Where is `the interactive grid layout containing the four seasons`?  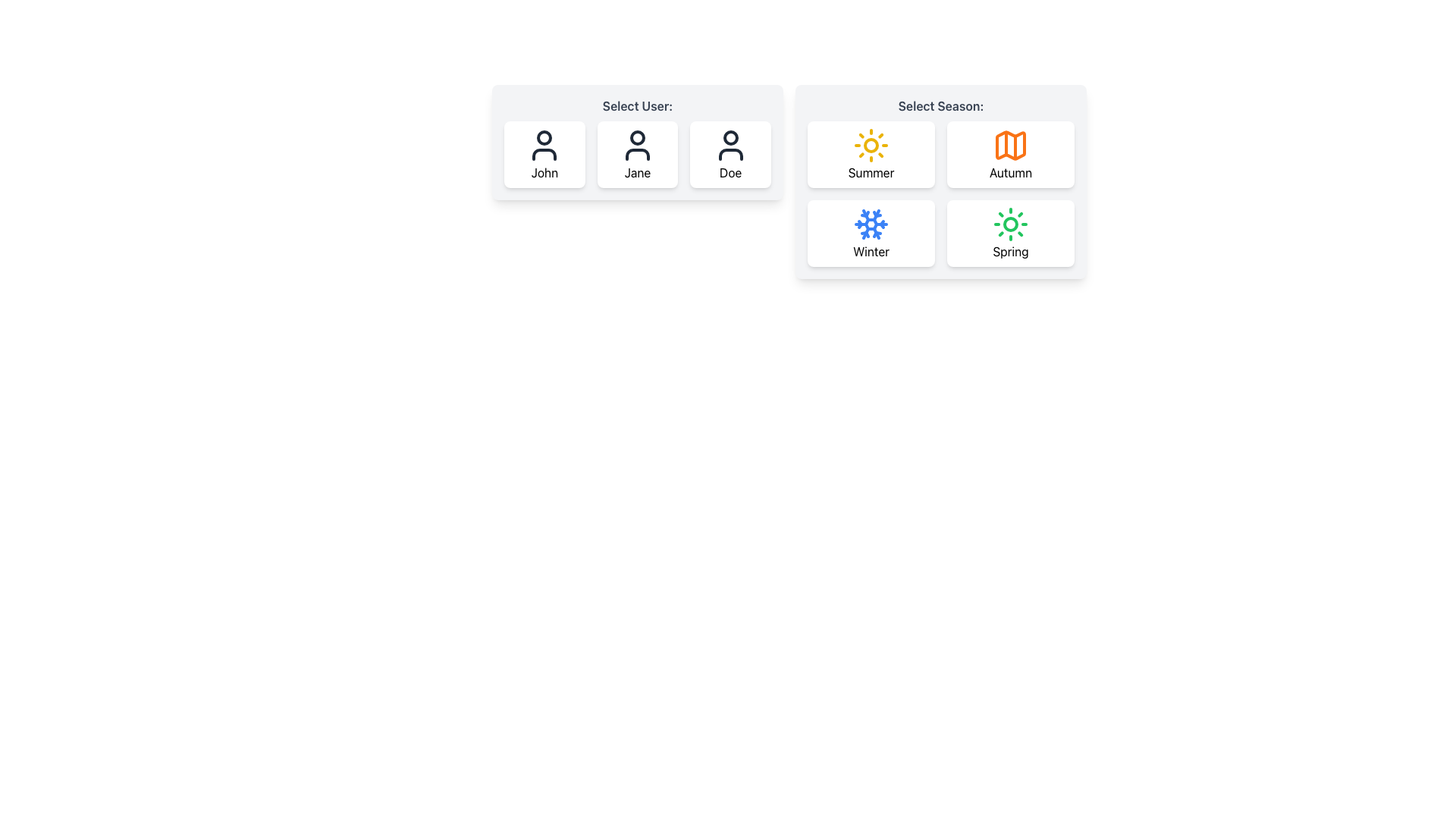 the interactive grid layout containing the four seasons is located at coordinates (940, 193).